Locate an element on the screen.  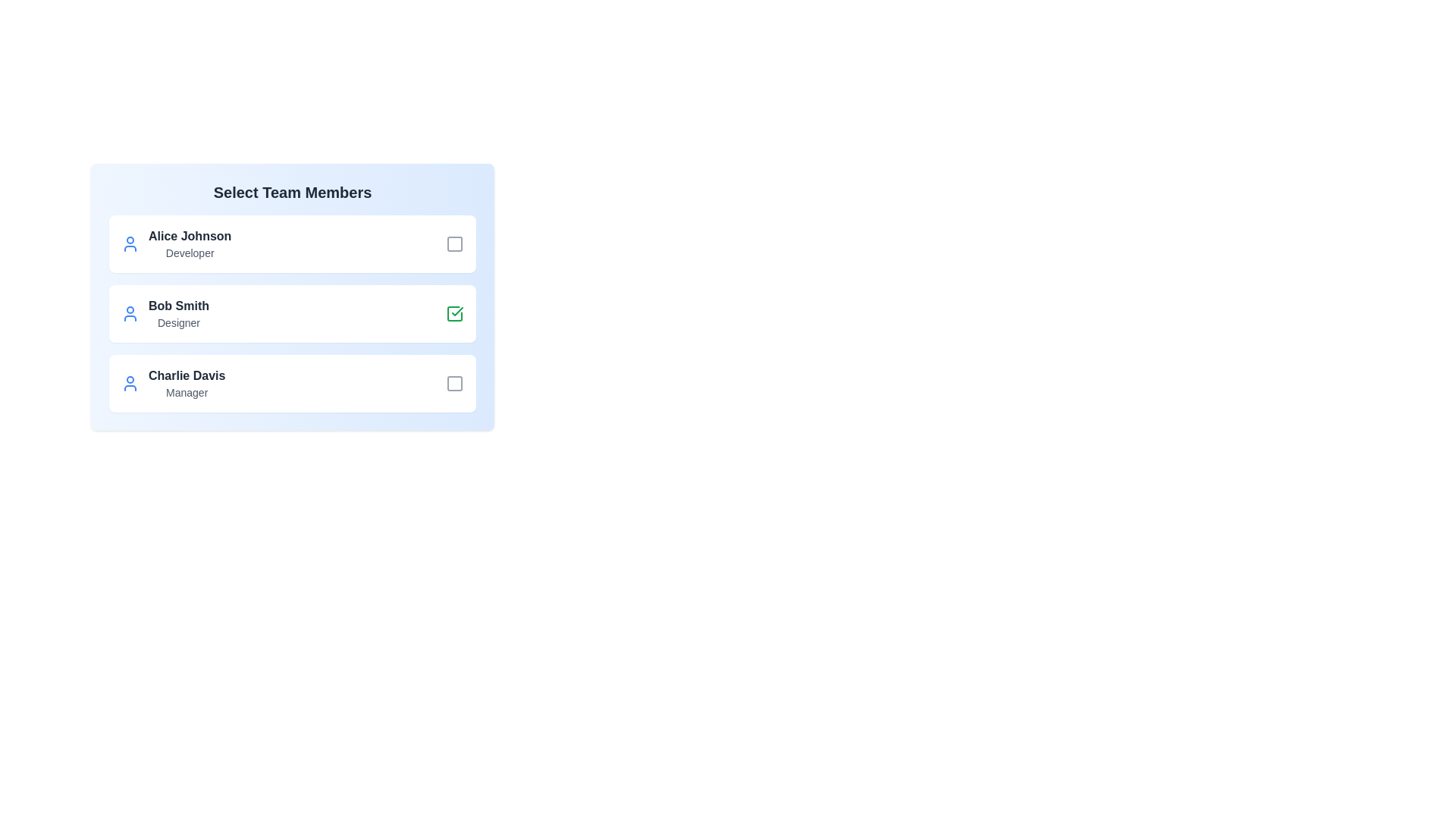
the icon associated with the team member to view its details is located at coordinates (130, 243).